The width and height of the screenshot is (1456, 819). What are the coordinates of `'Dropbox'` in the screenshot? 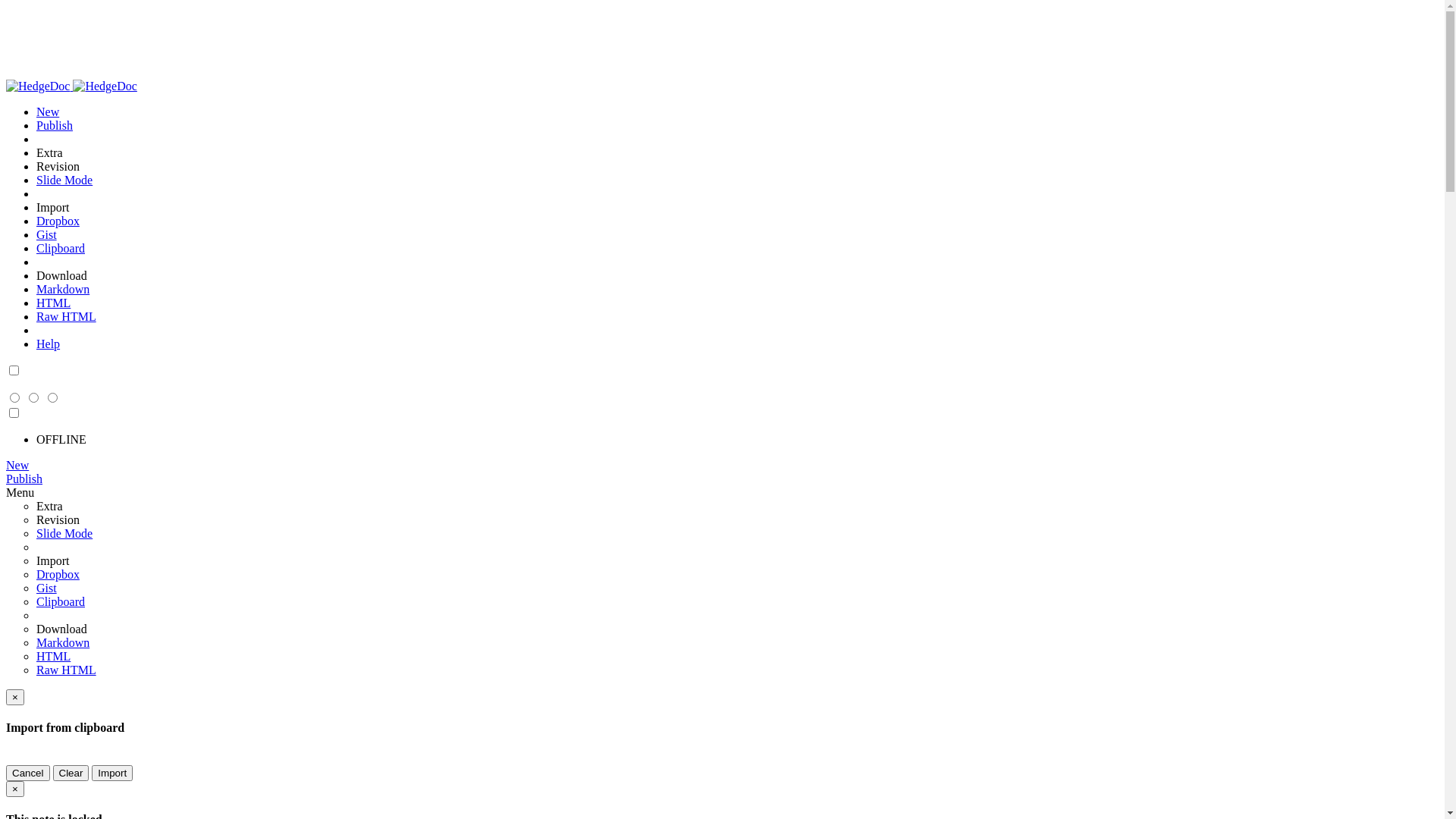 It's located at (58, 221).